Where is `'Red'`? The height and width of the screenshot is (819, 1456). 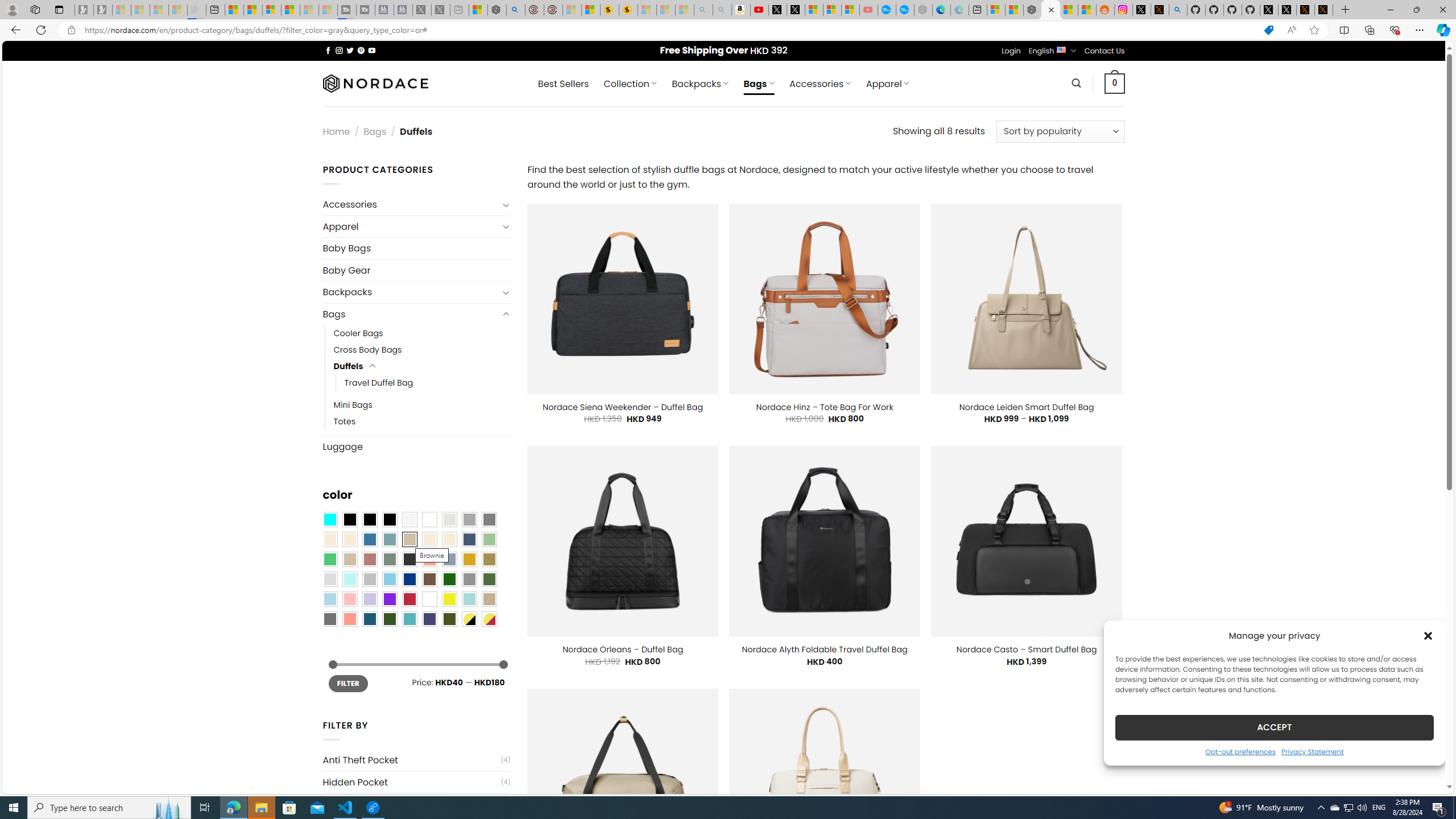 'Red' is located at coordinates (408, 599).